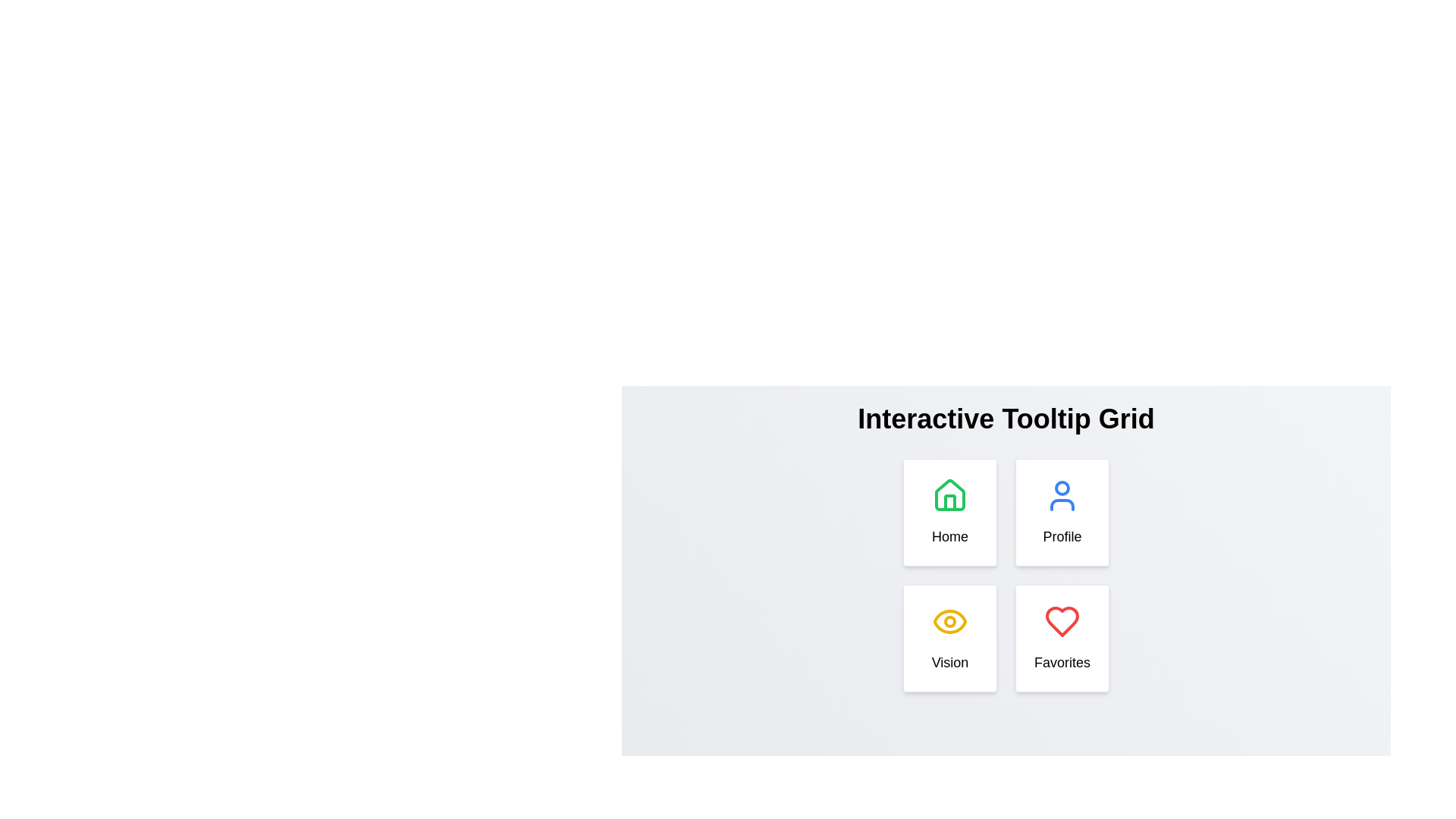  Describe the element at coordinates (949, 662) in the screenshot. I see `the static text label displaying the word 'Vision' in bold black font, located at the bottom center of a rectangular card with a white background and an eye icon above it` at that location.